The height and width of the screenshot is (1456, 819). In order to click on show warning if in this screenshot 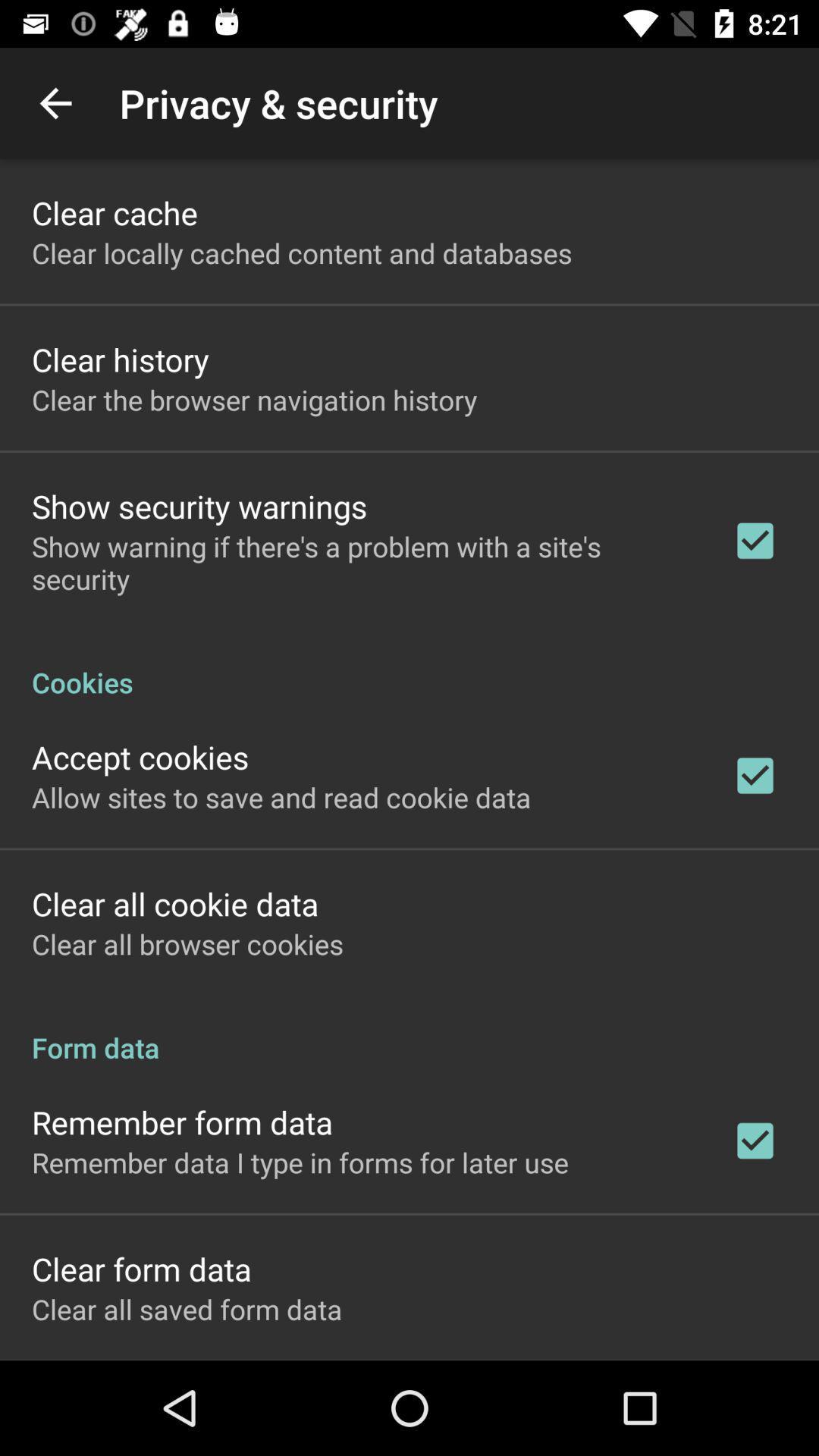, I will do `click(362, 562)`.